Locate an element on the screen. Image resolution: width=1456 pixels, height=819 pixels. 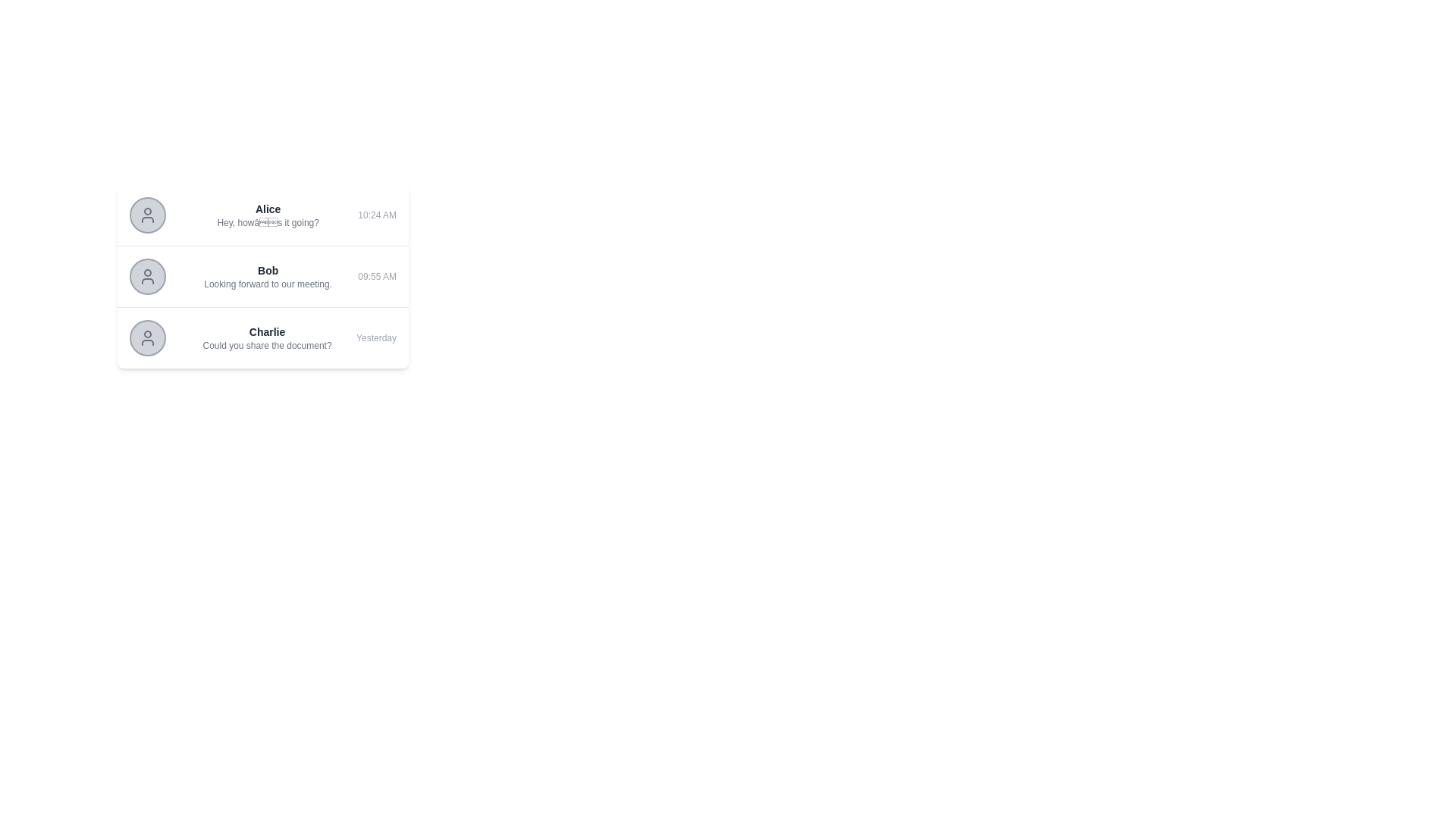
the text label representing the user name 'Bob' in the messaging interface, which is located at the center of the second row of user messages, above the supporting description and below the message 'Alice' is located at coordinates (268, 270).